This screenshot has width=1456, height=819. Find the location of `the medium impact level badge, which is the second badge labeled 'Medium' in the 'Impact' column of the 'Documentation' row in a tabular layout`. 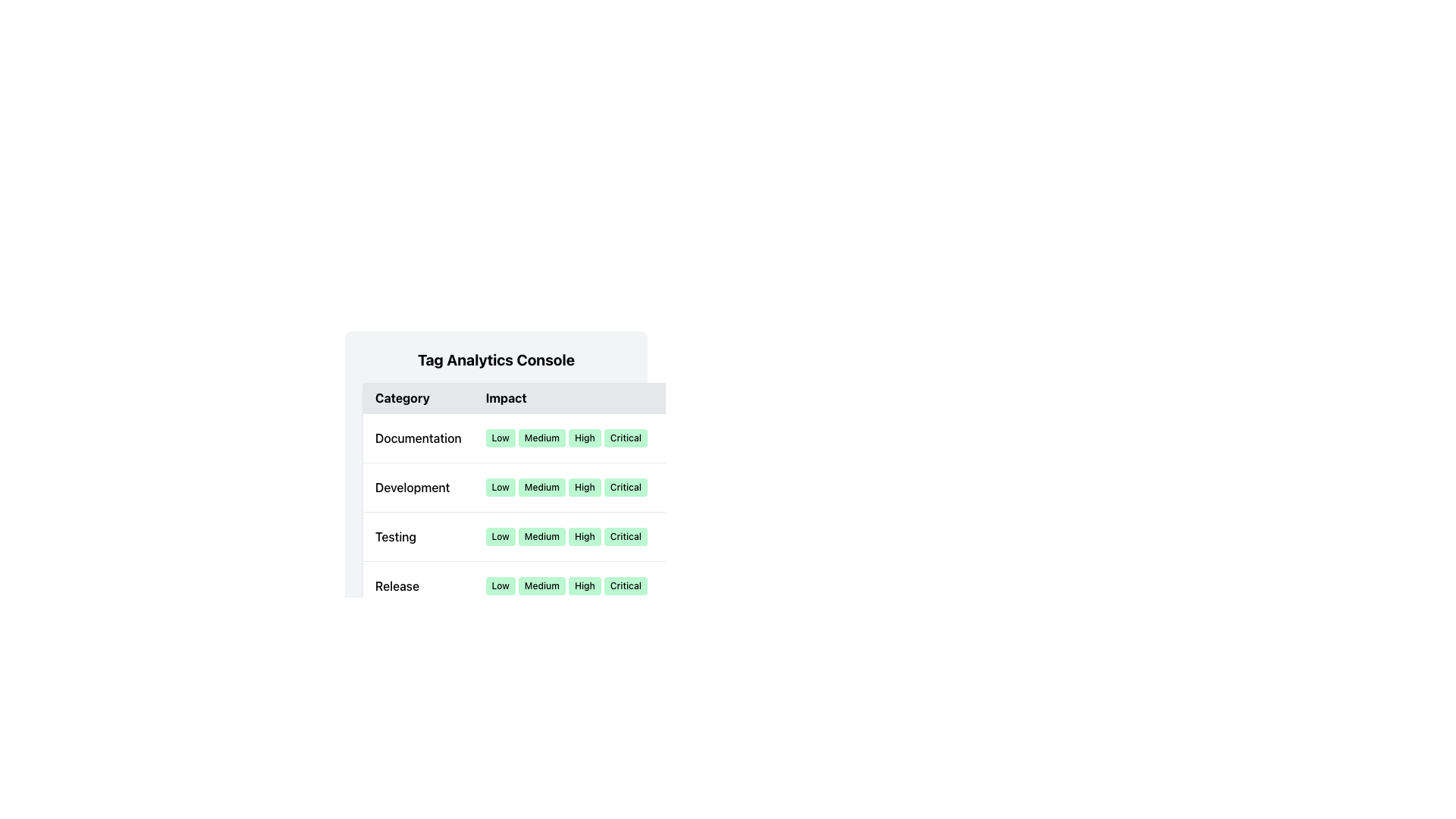

the medium impact level badge, which is the second badge labeled 'Medium' in the 'Impact' column of the 'Documentation' row in a tabular layout is located at coordinates (541, 438).